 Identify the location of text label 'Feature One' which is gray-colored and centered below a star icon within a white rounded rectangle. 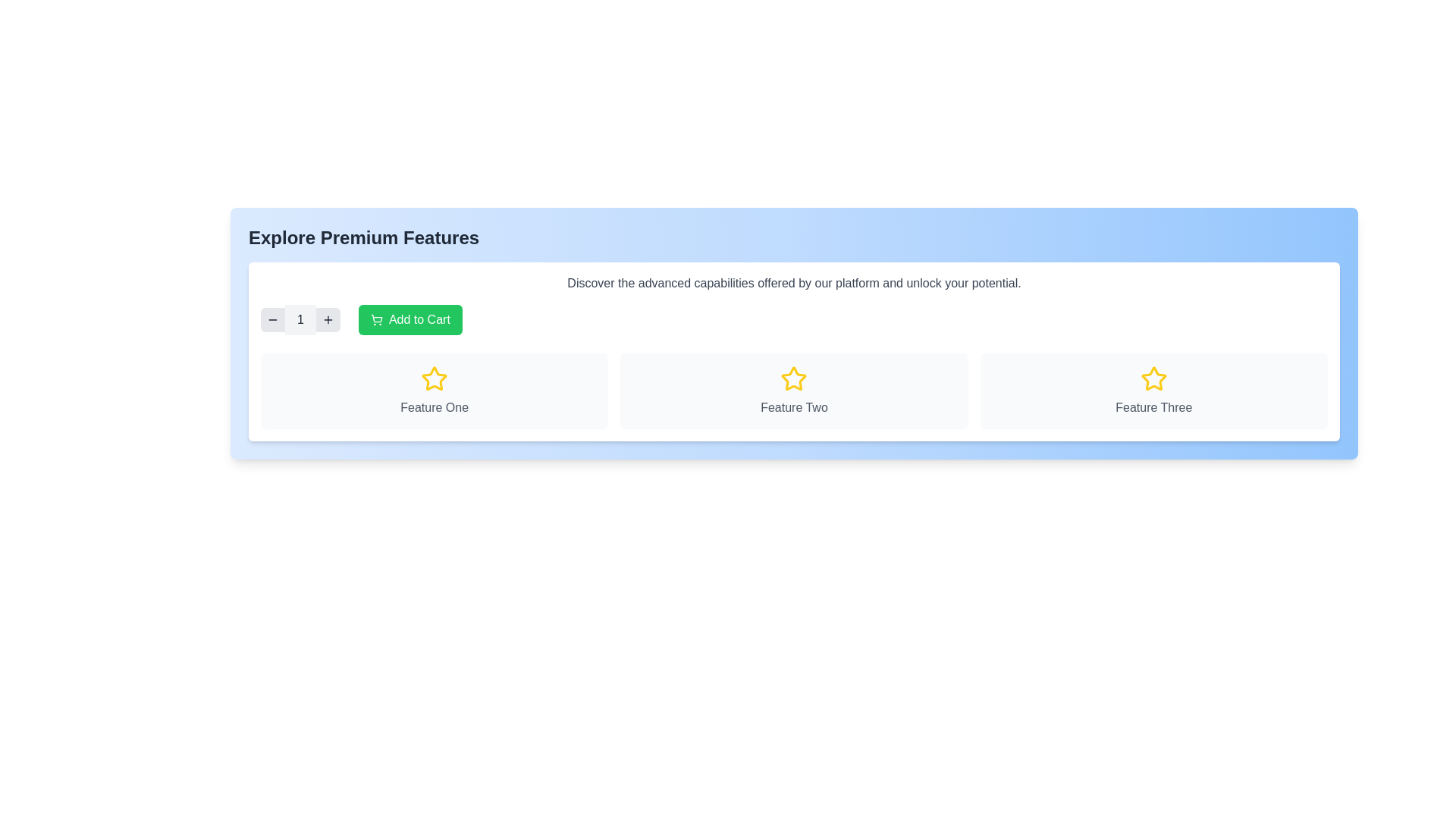
(434, 406).